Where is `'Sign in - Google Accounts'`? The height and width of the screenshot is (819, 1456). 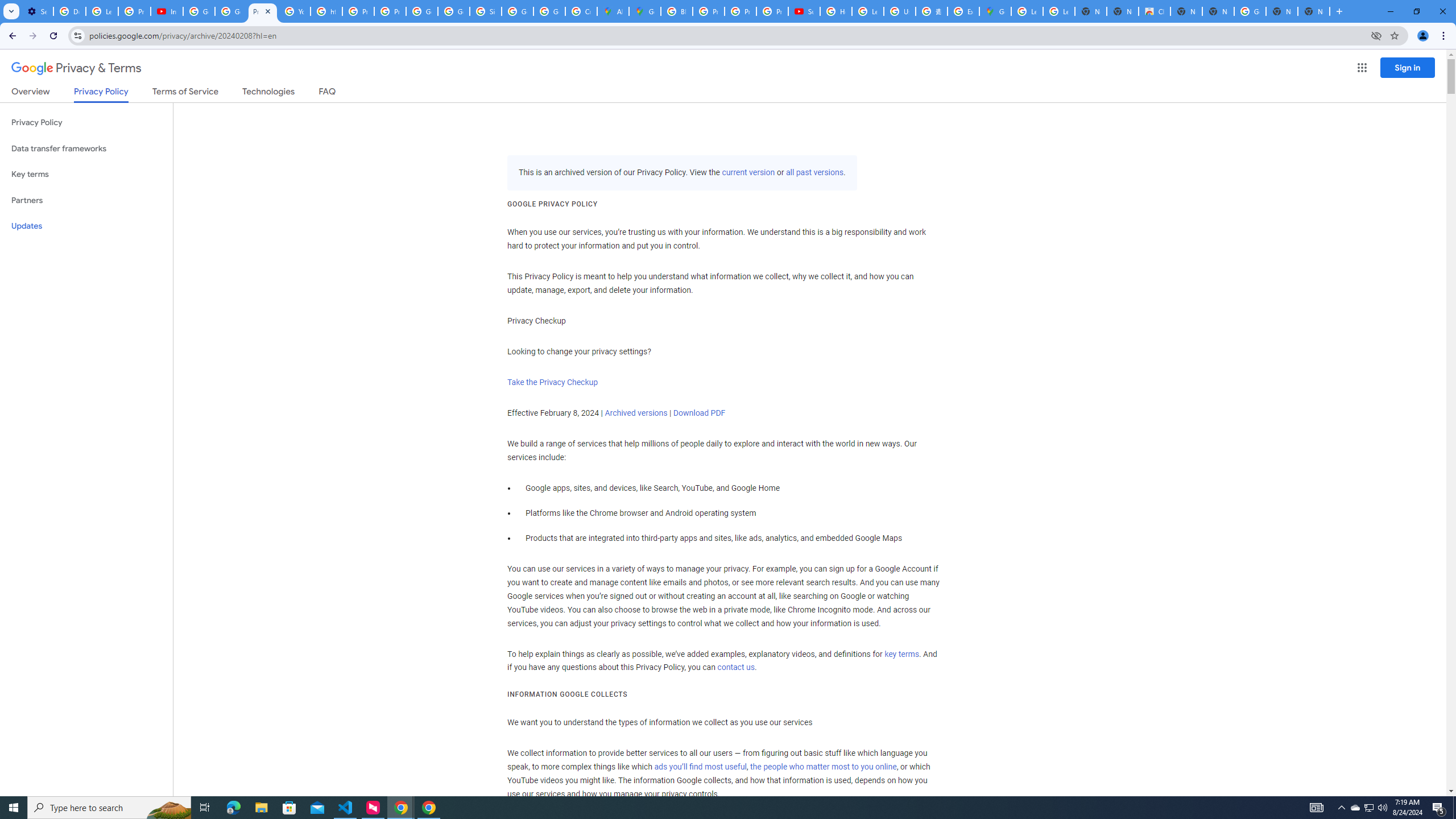
'Sign in - Google Accounts' is located at coordinates (485, 11).